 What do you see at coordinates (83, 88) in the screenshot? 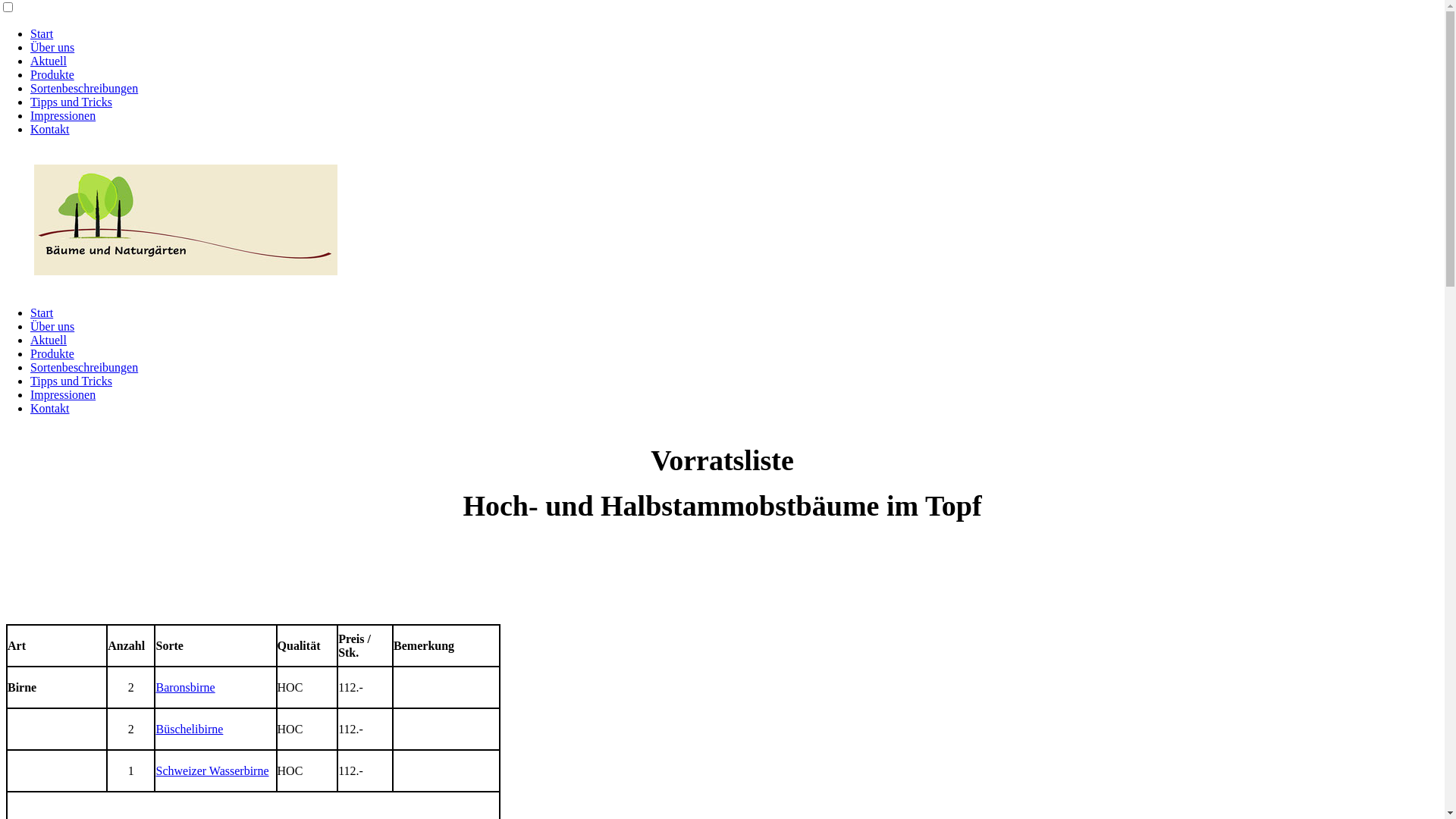
I see `'Sortenbeschreibungen'` at bounding box center [83, 88].